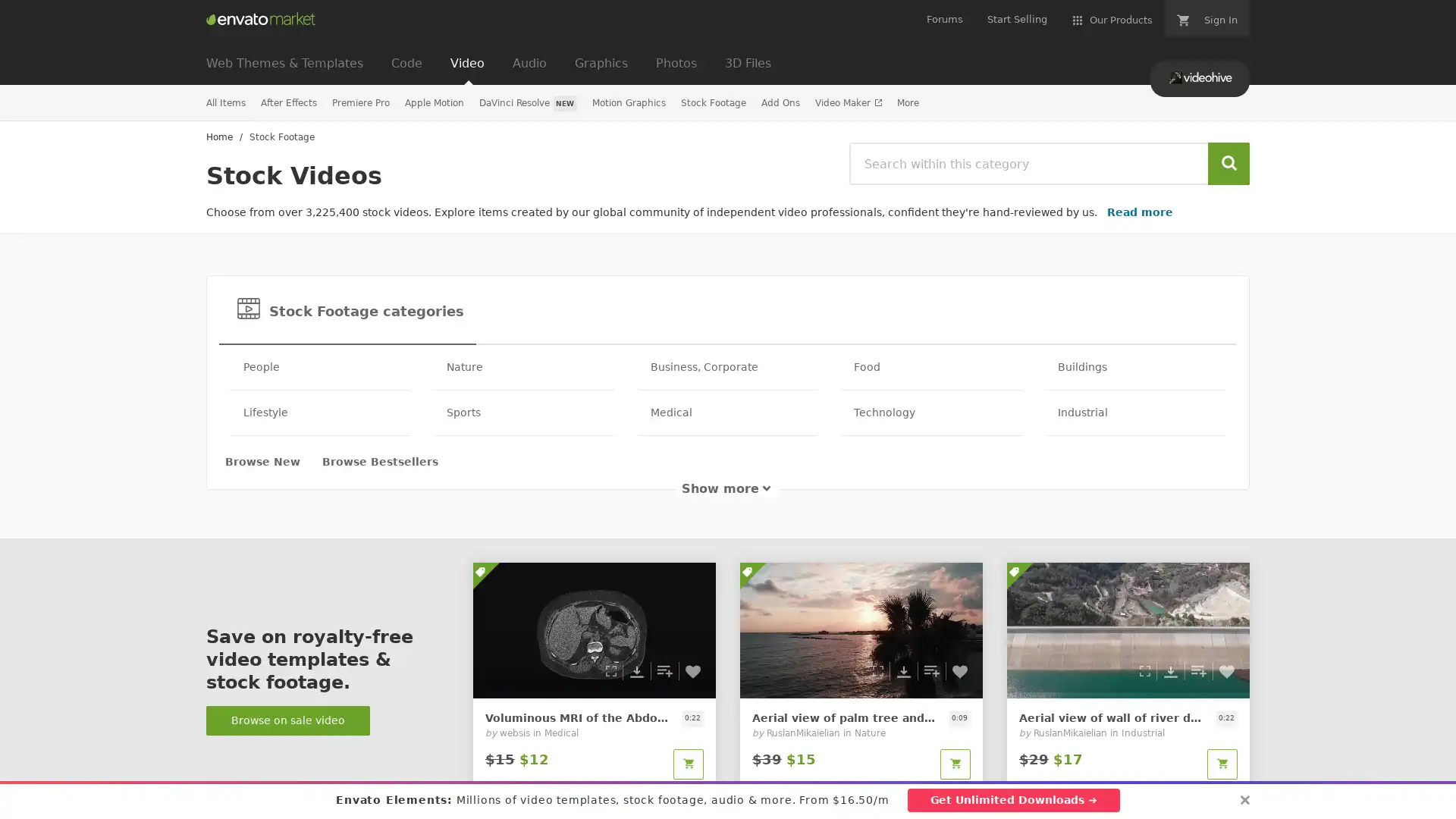 The height and width of the screenshot is (819, 1456). Describe the element at coordinates (1128, 630) in the screenshot. I see `0 Download preview Add to collection Add to Favorites` at that location.